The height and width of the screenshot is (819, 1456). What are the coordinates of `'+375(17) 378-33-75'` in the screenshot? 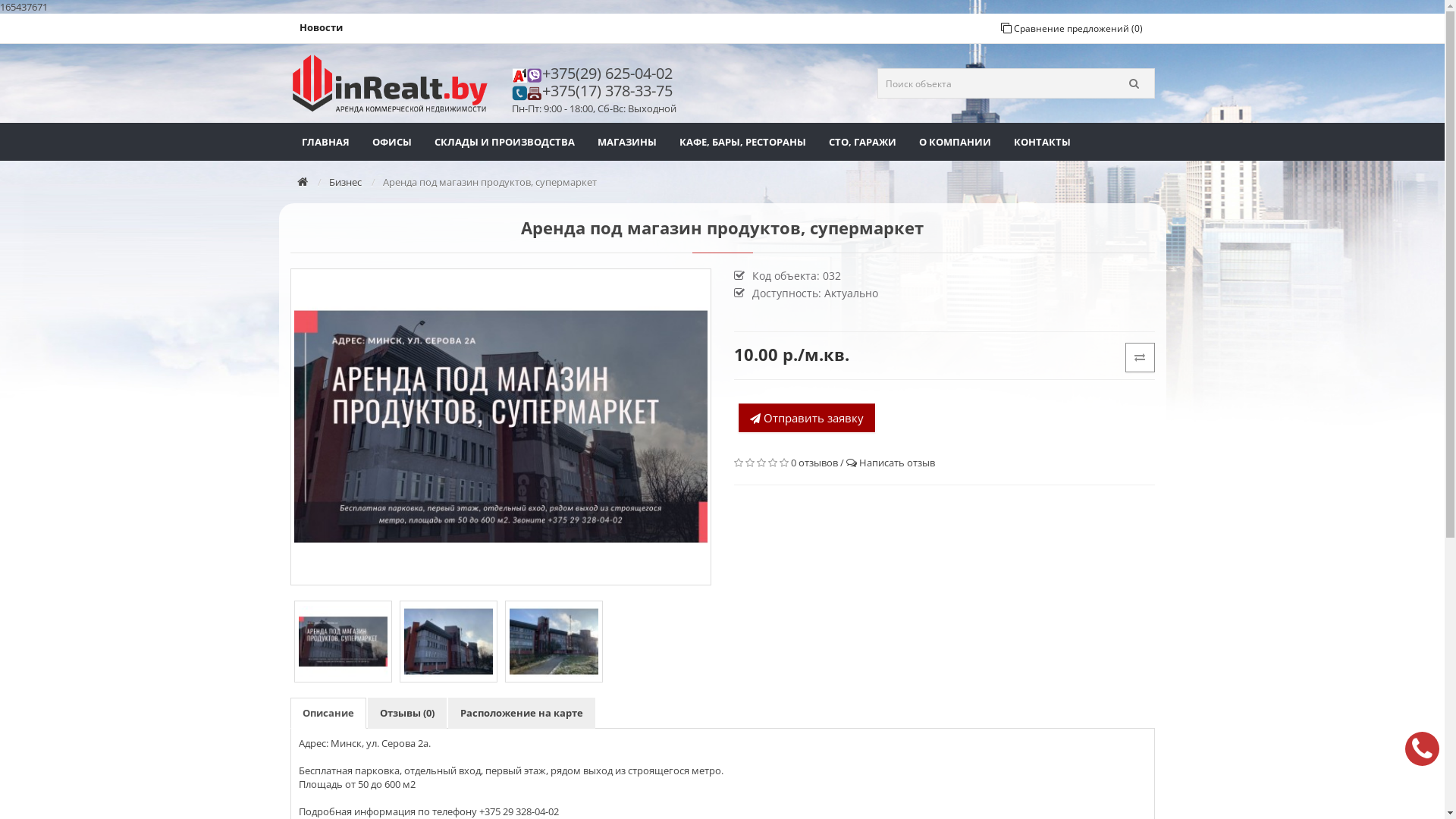 It's located at (542, 90).